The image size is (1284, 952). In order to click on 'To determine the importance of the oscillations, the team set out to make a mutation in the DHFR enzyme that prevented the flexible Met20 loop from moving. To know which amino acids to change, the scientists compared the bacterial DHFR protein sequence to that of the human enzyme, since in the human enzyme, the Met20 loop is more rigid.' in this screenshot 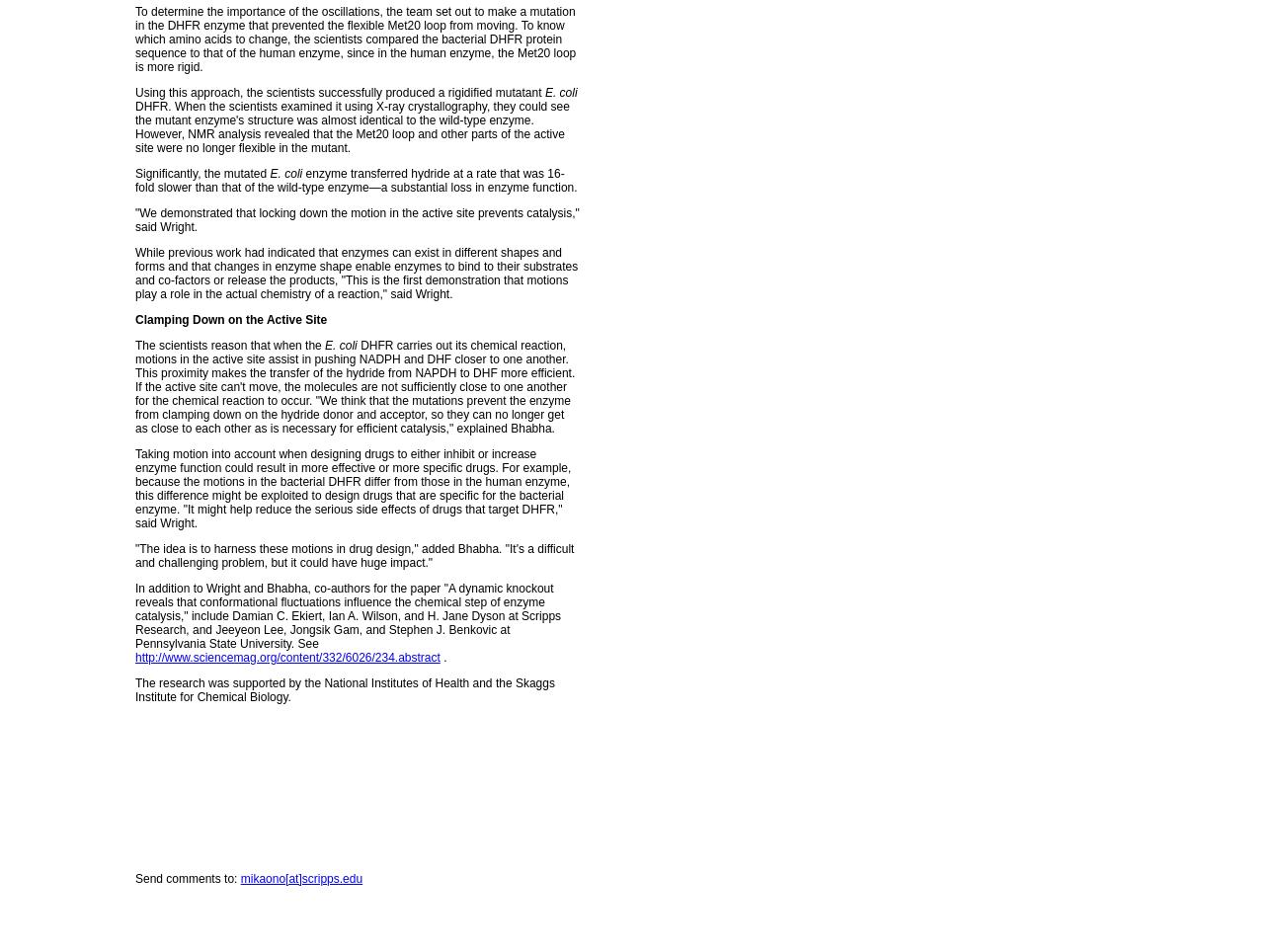, I will do `click(134, 38)`.